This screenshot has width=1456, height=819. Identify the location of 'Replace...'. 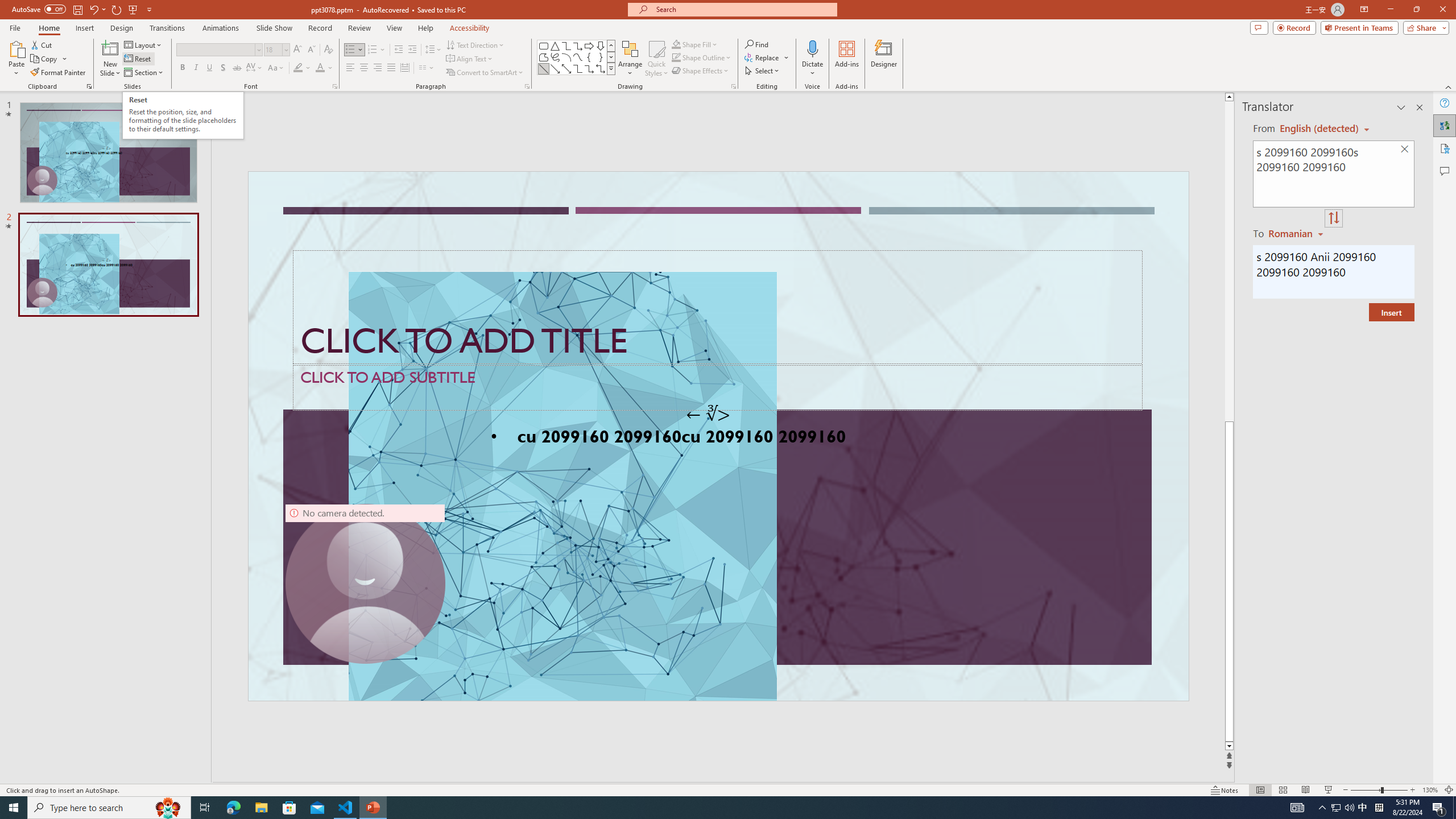
(763, 56).